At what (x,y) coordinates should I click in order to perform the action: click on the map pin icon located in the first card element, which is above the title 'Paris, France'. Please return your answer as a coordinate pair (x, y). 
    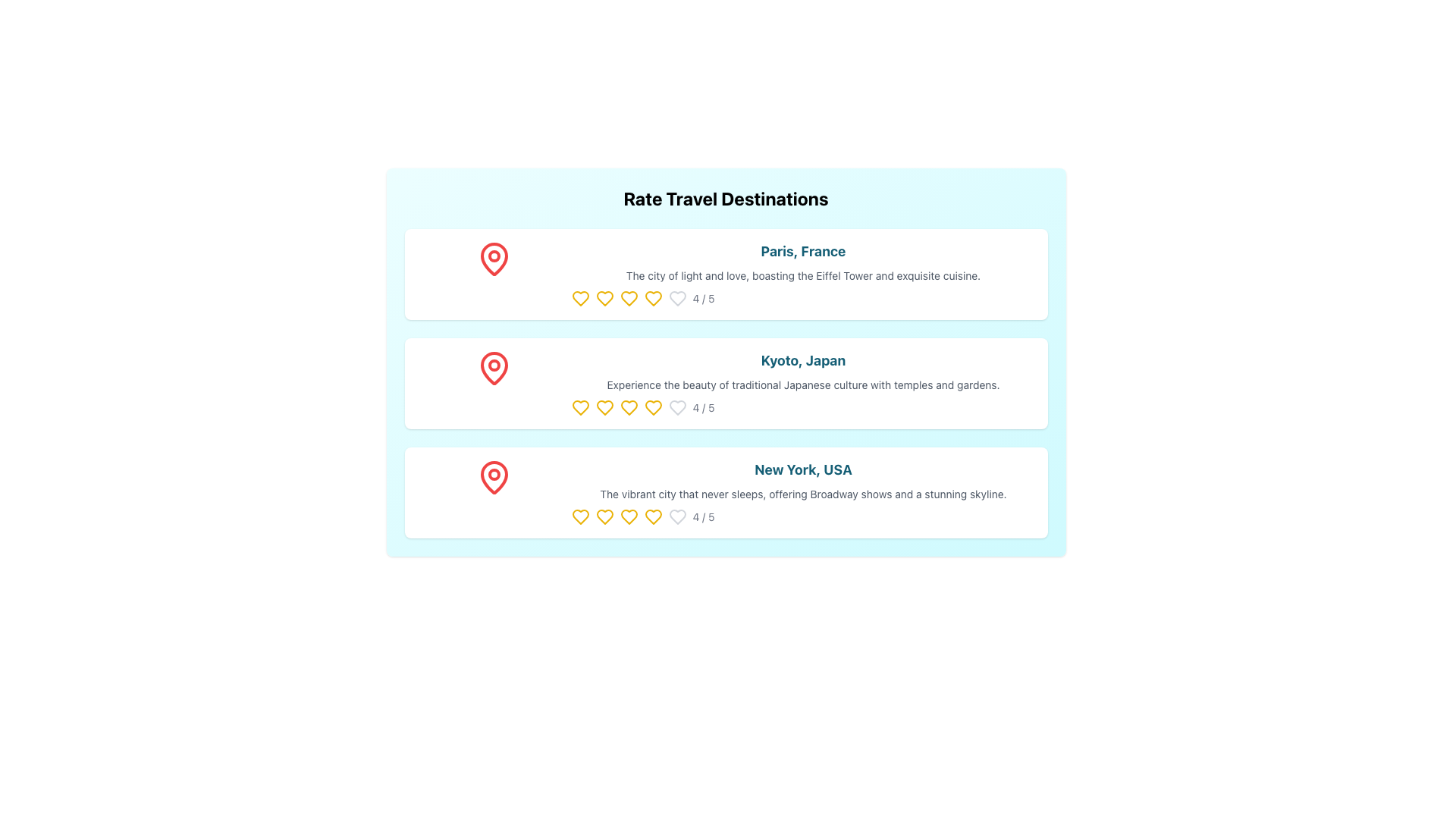
    Looking at the image, I should click on (494, 275).